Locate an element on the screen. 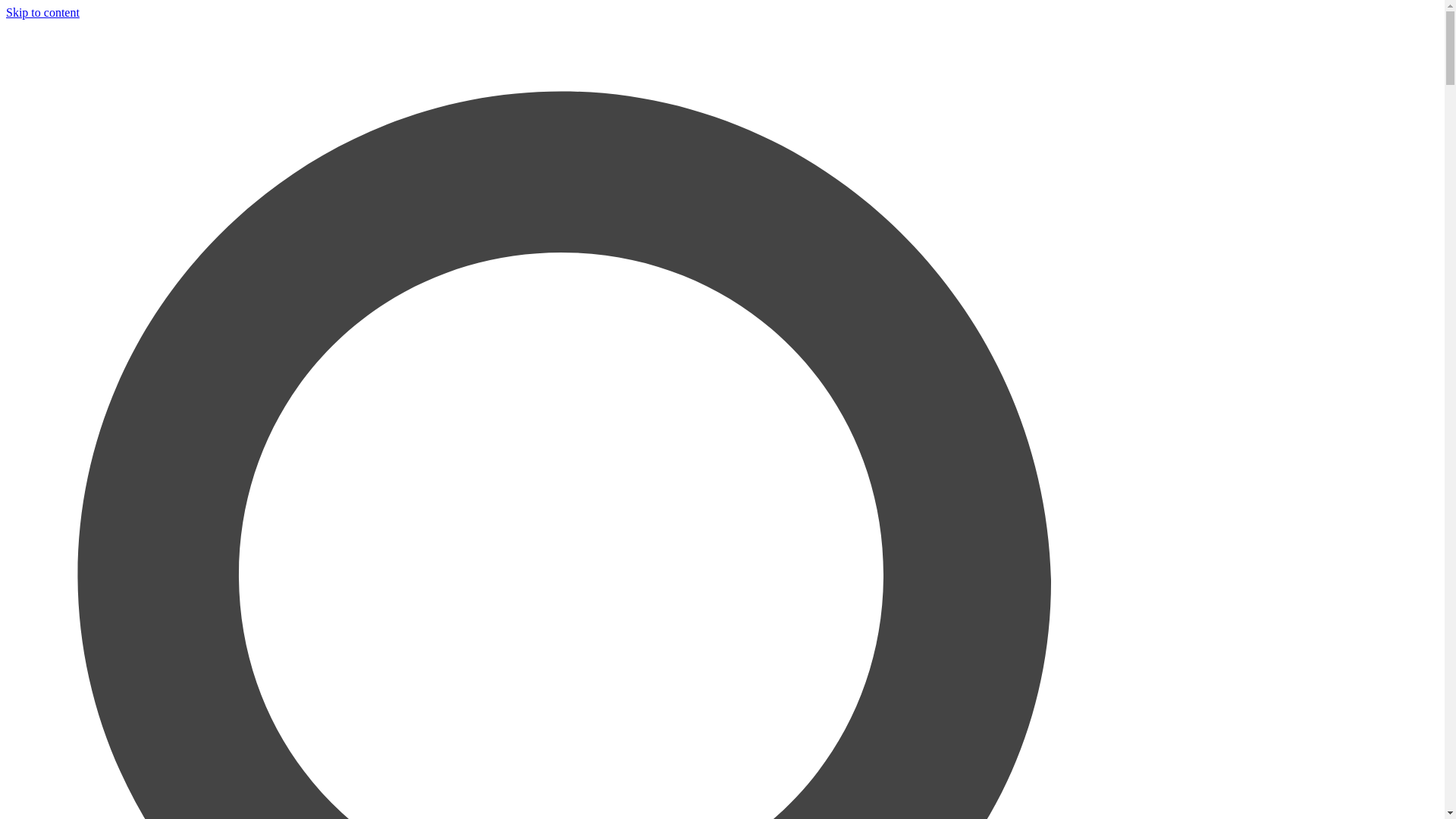 Image resolution: width=1456 pixels, height=819 pixels. 'Skip to content' is located at coordinates (42, 12).